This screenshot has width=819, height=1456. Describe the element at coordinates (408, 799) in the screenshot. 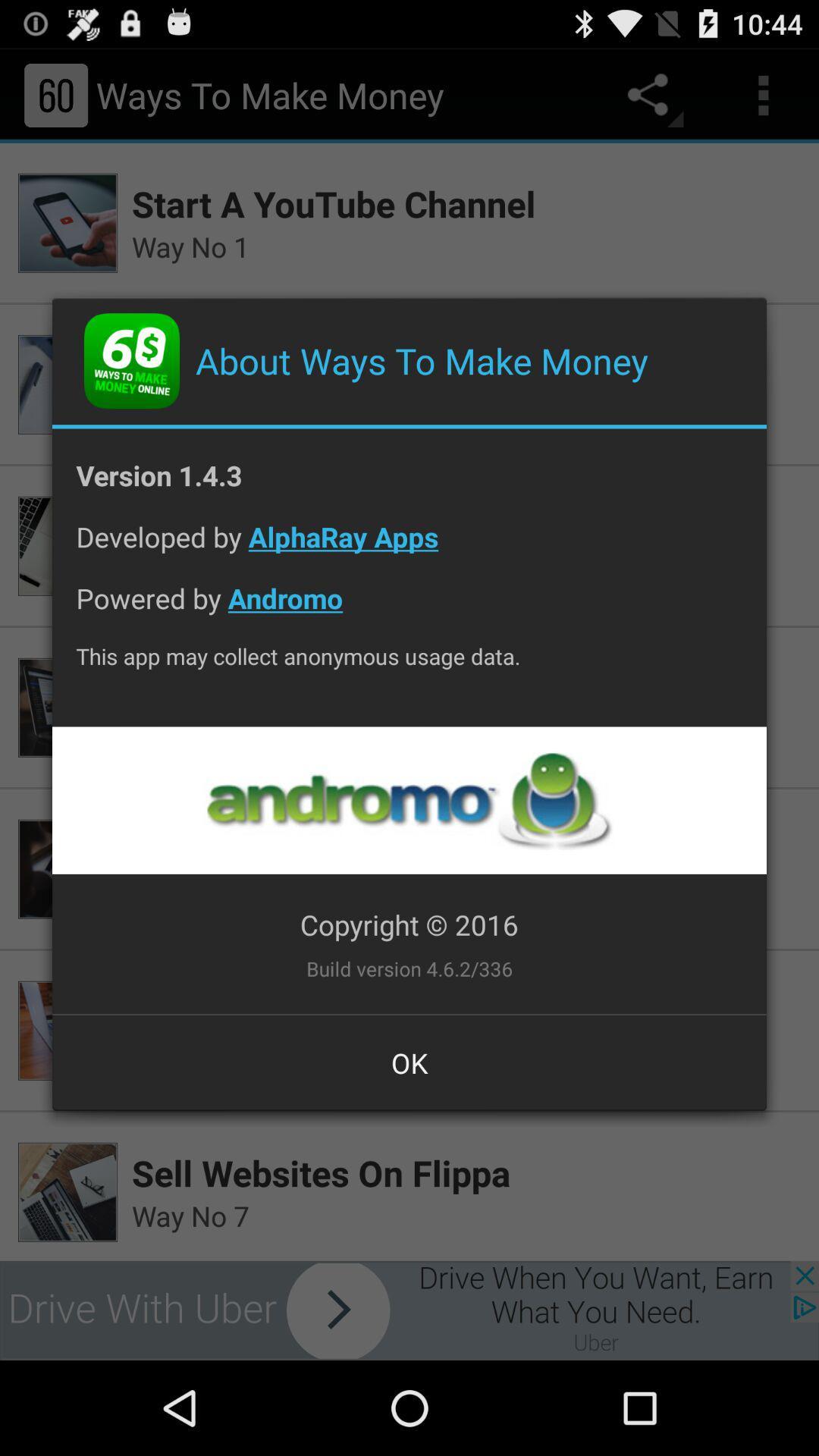

I see `visit creators website` at that location.